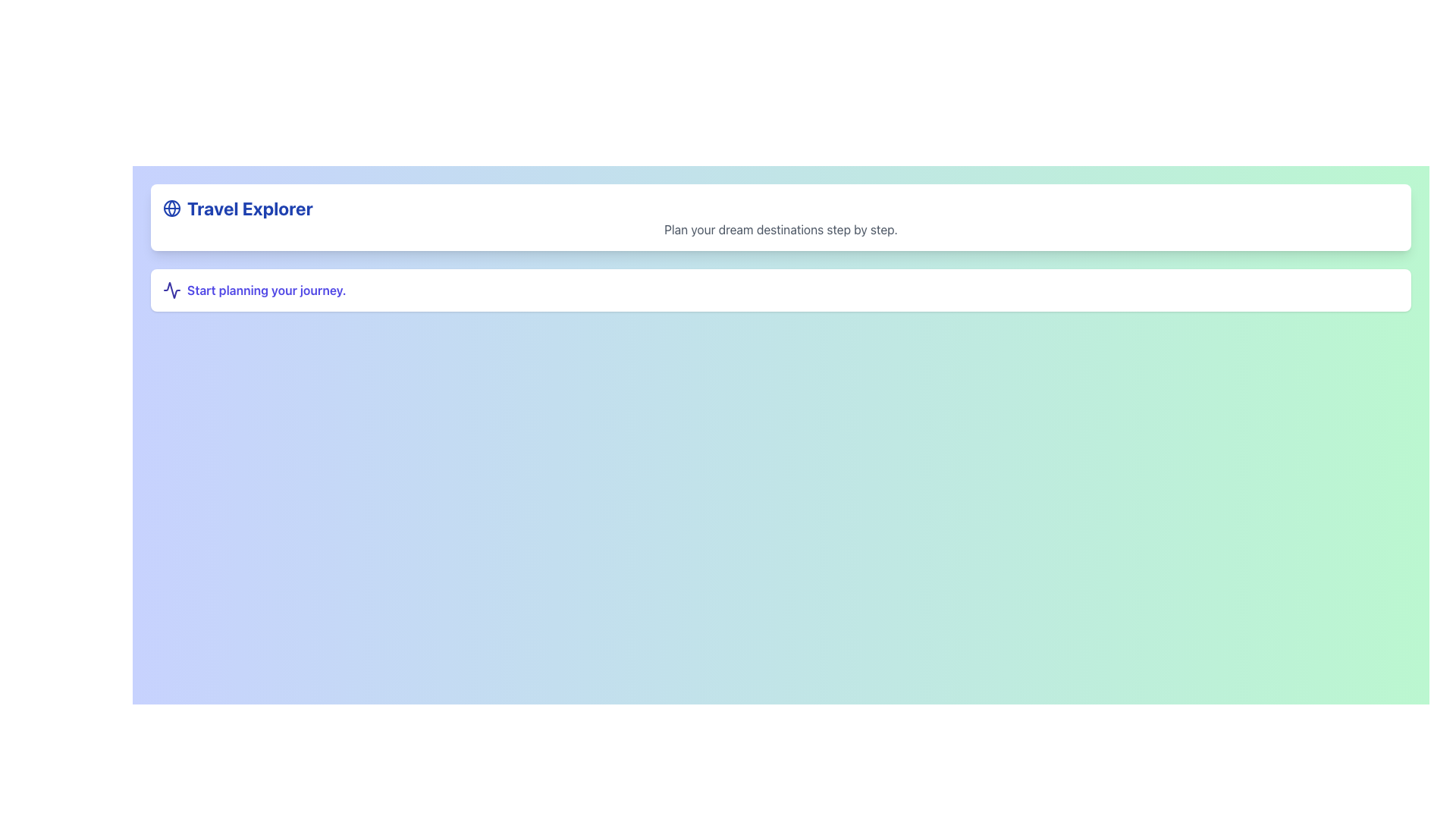 The image size is (1456, 819). What do you see at coordinates (781, 230) in the screenshot?
I see `the text label displaying 'Plan your dream destinations step by step.' which is located below the 'Travel Explorer' title in a white box with rounded corners` at bounding box center [781, 230].